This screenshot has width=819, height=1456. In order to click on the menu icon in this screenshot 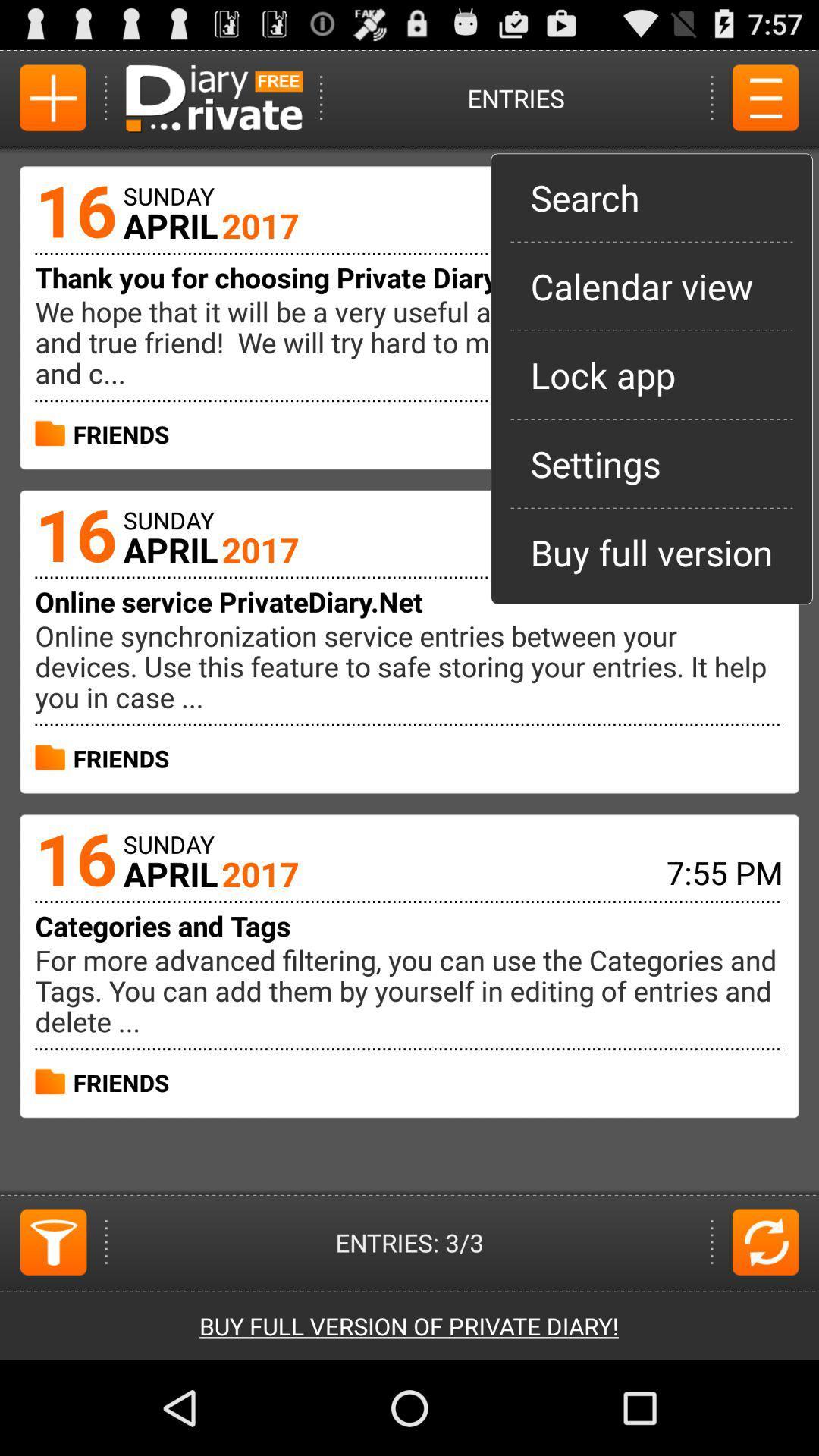, I will do `click(765, 104)`.